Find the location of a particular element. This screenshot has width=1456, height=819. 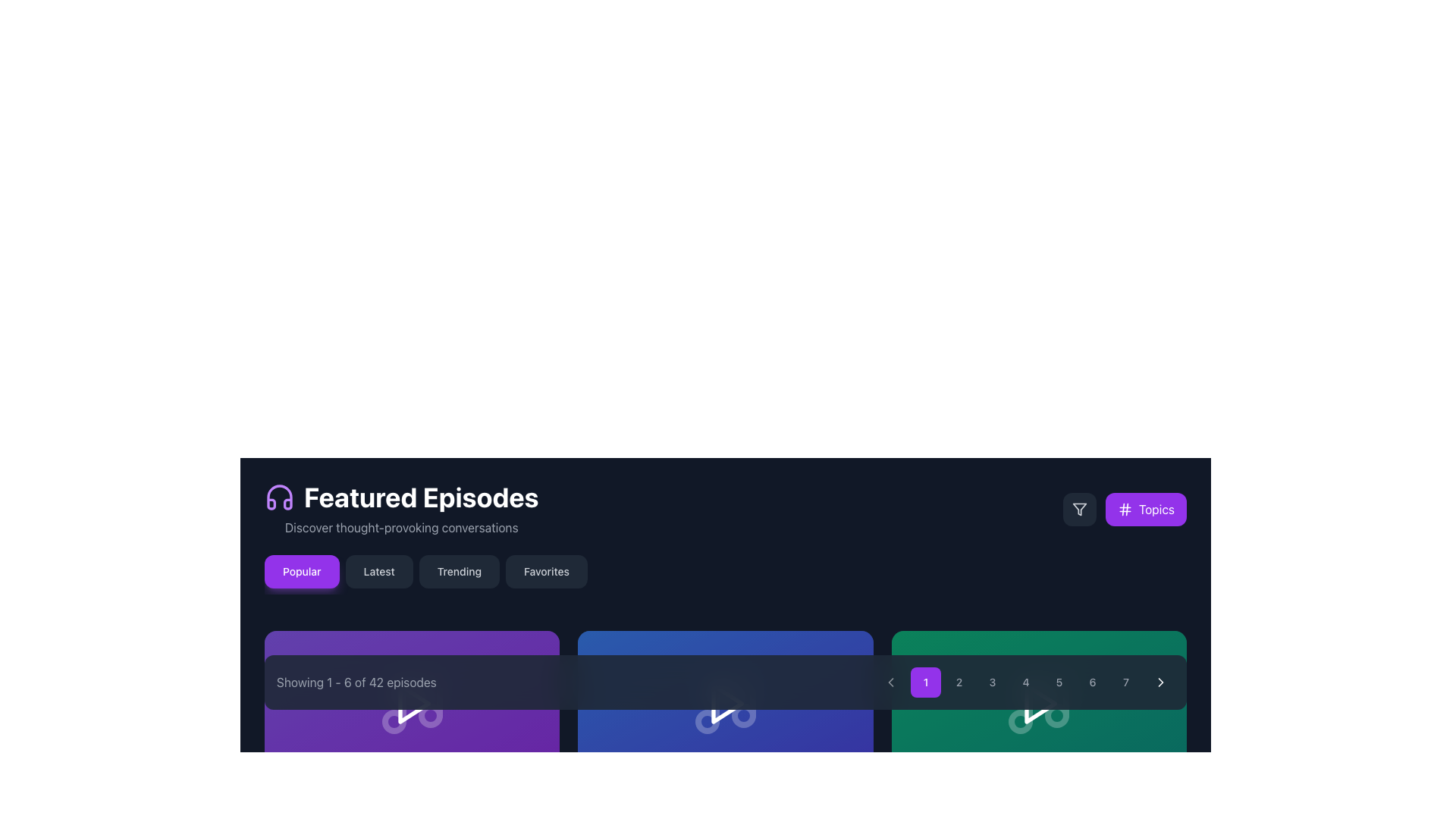

the left arrow button styled with a dark background and white chevron, positioned at the far left of the pagination controls is located at coordinates (891, 681).